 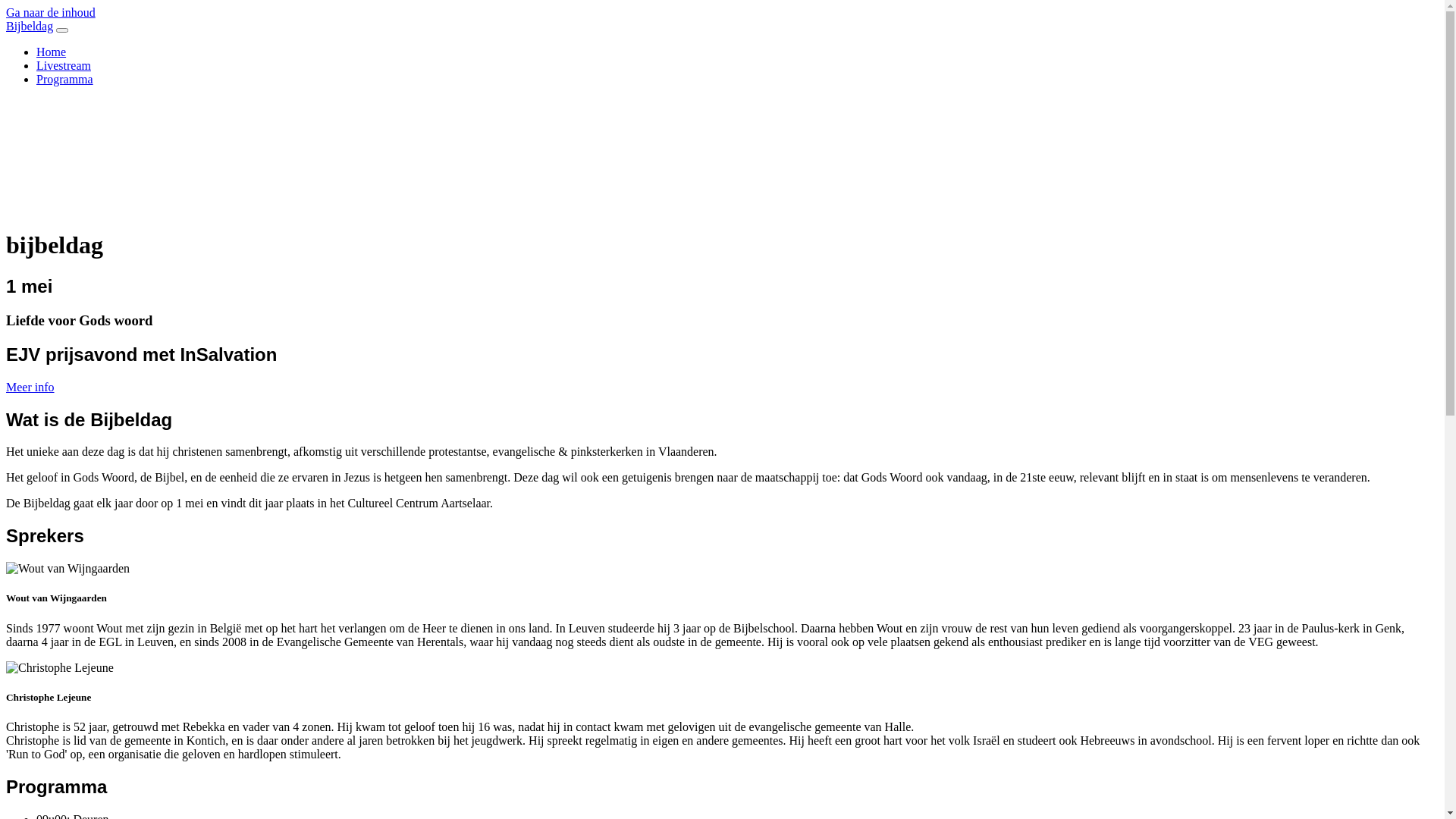 I want to click on 'Livestream', so click(x=62, y=64).